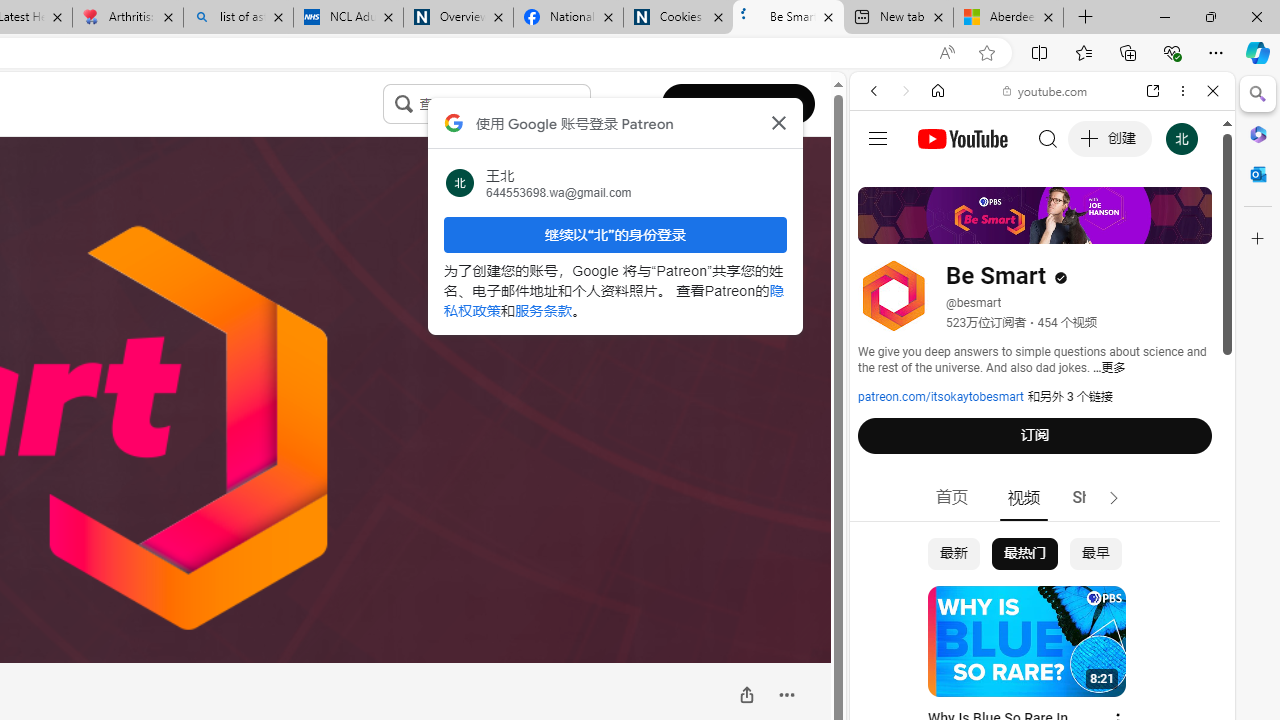 This screenshot has height=720, width=1280. I want to click on 'Class: style-scope tp-yt-iron-icon', so click(1113, 497).